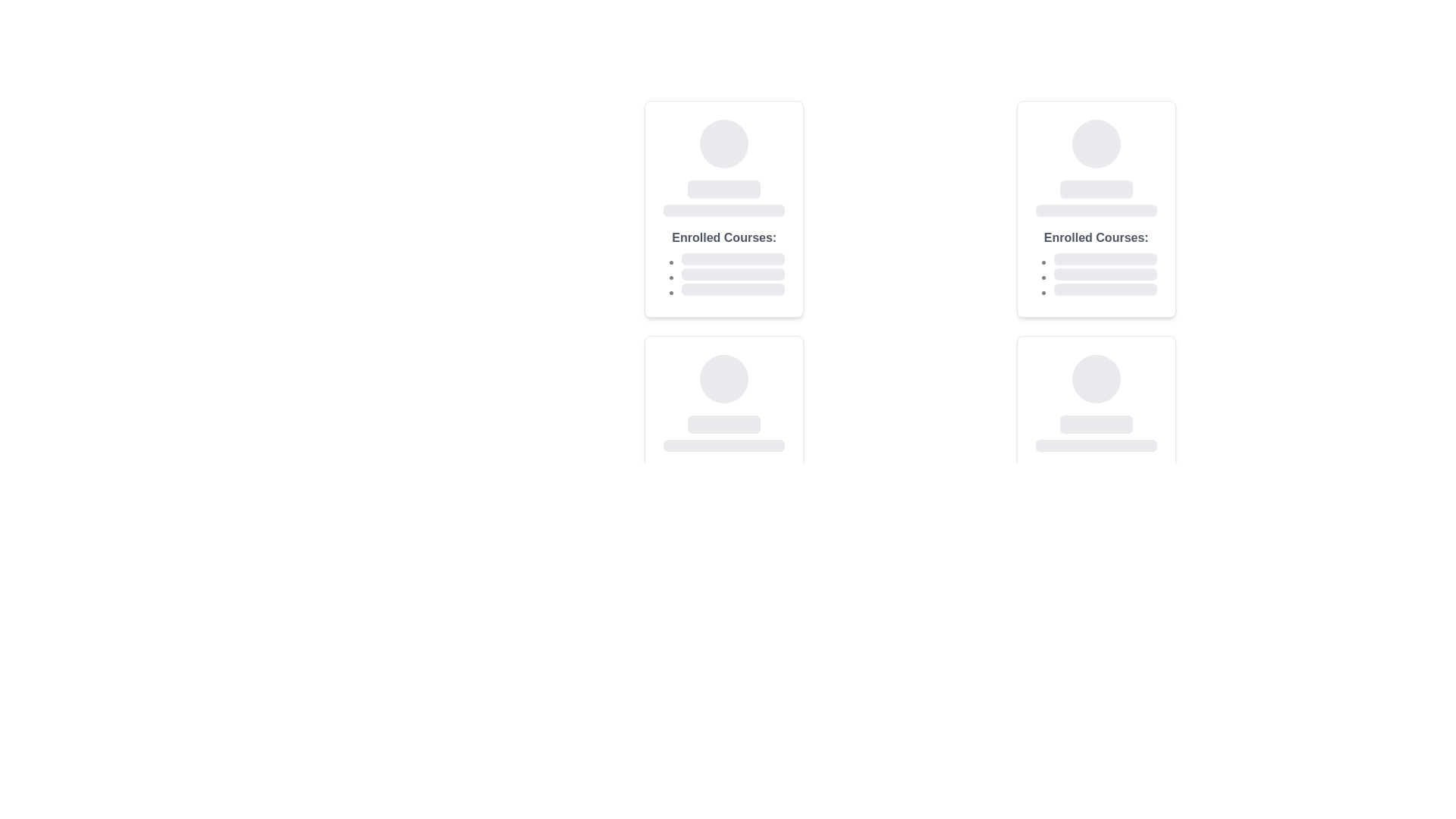 Image resolution: width=1456 pixels, height=819 pixels. What do you see at coordinates (1096, 444) in the screenshot?
I see `the last card component in the grid layout, which serves as a placeholder for user profile or course information` at bounding box center [1096, 444].